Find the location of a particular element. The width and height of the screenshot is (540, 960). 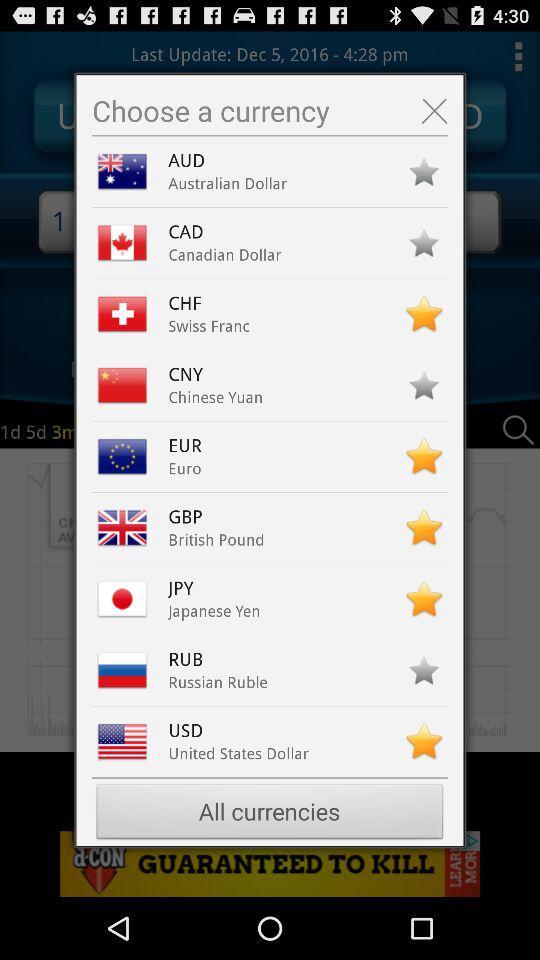

icon below the aud app is located at coordinates (226, 183).